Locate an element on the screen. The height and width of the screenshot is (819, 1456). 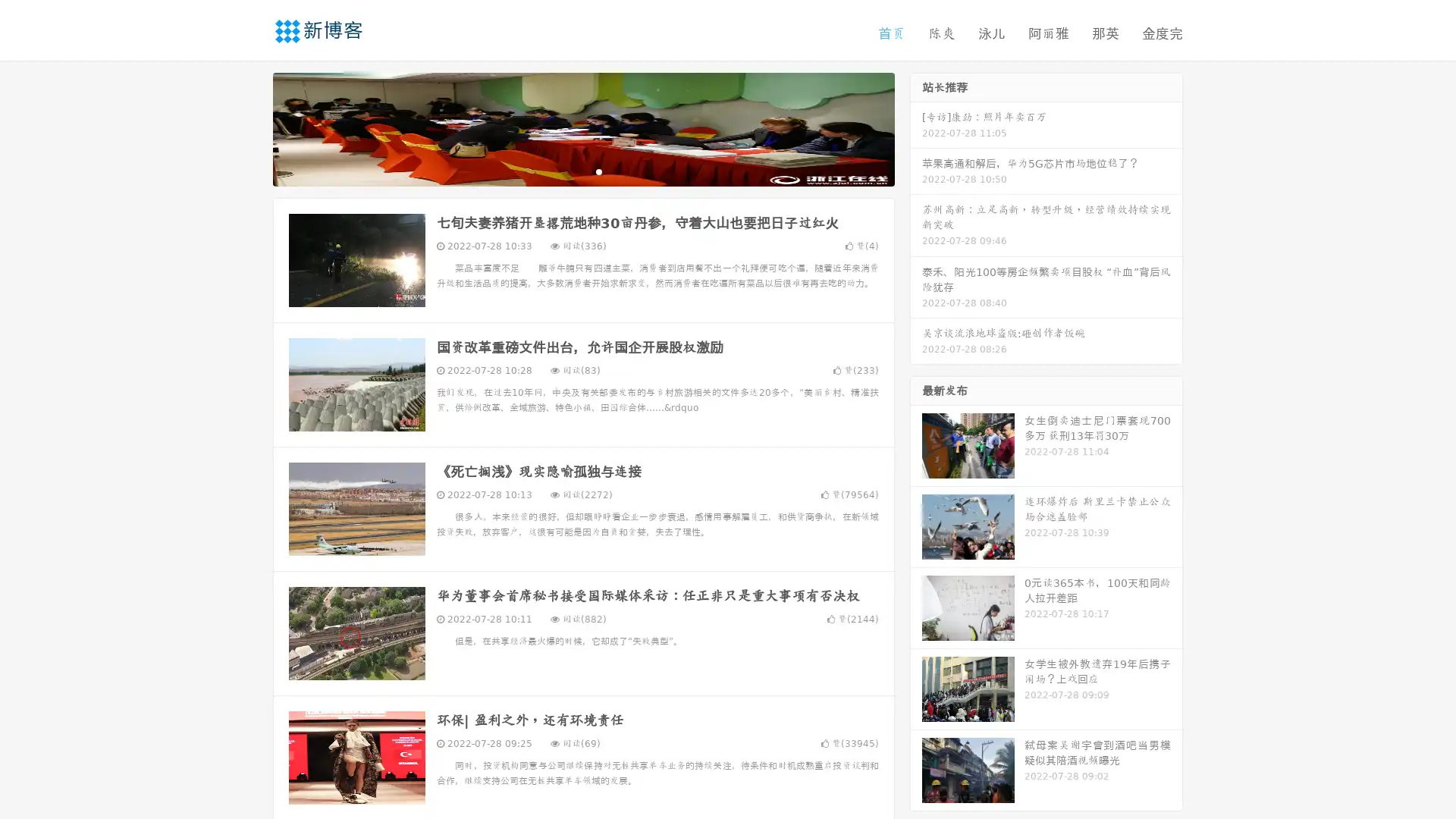
Next slide is located at coordinates (916, 127).